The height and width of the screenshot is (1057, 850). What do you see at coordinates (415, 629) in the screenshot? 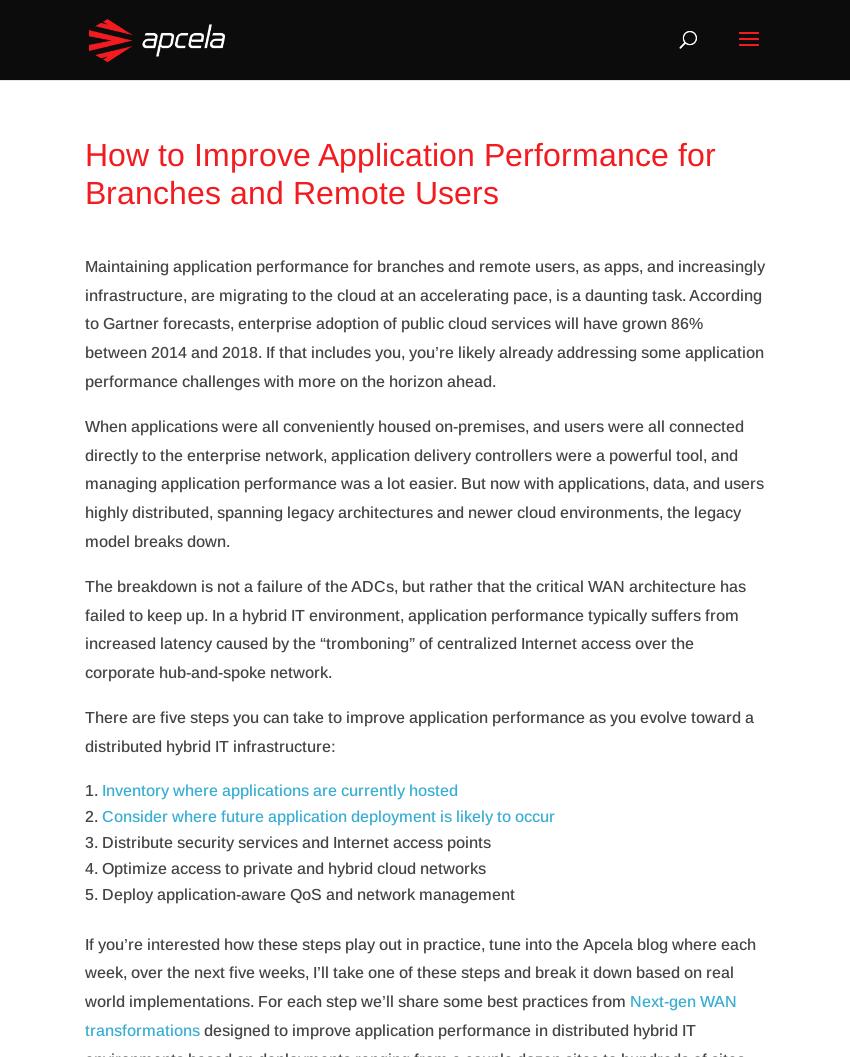
I see `'The breakdown is not a failure of the ADCs, but rather that the critical WAN architecture has failed to keep up. In a hybrid IT environment, application performance typically suffers from increased latency caused by the “tromboning” of centralized Internet access over the corporate hub-and-spoke network.'` at bounding box center [415, 629].